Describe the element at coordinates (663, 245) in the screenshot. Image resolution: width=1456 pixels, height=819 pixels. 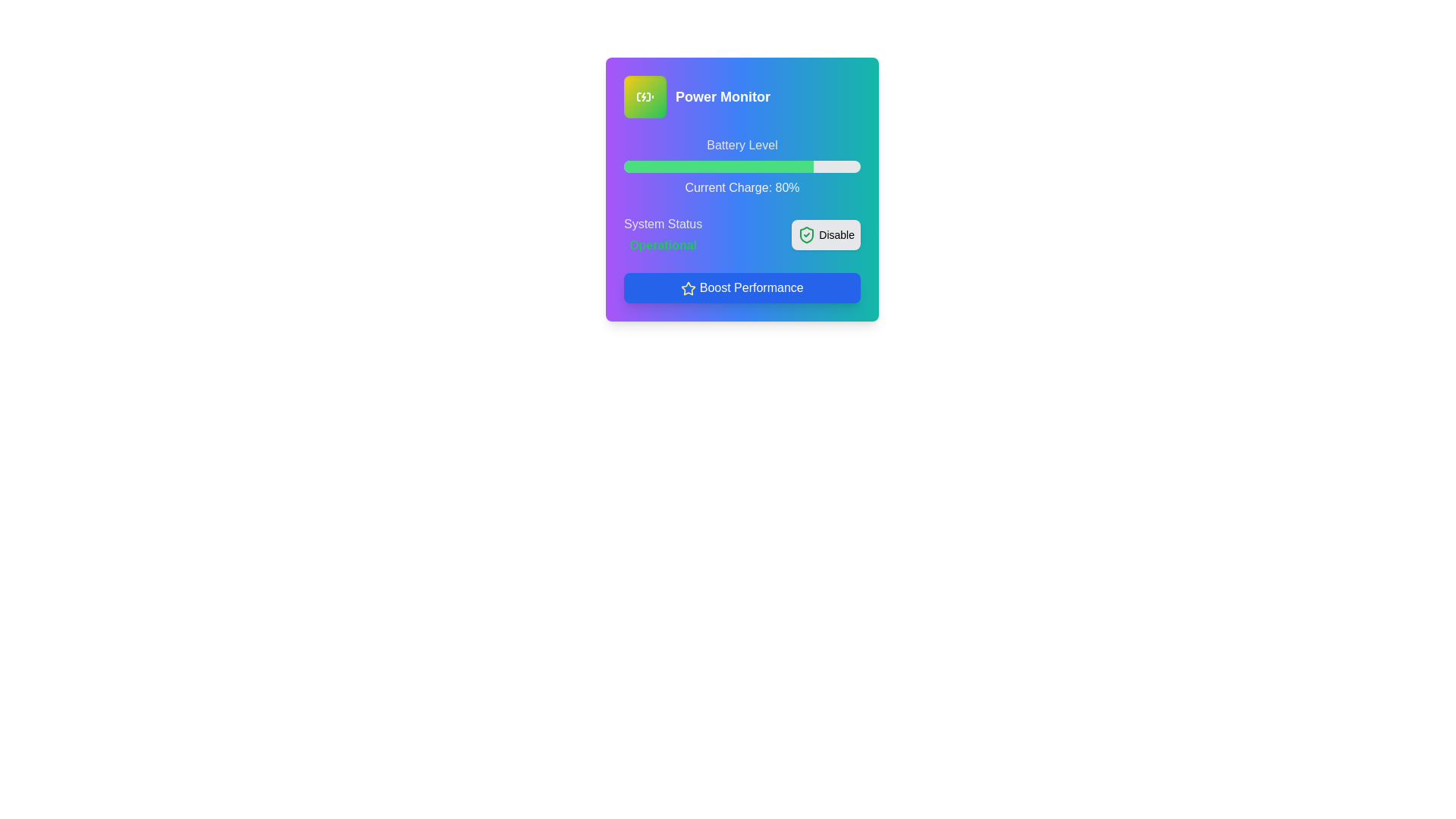
I see `the static text label that displays the current operational status, located in the 'System Status' section and aligned below the corresponding label text` at that location.